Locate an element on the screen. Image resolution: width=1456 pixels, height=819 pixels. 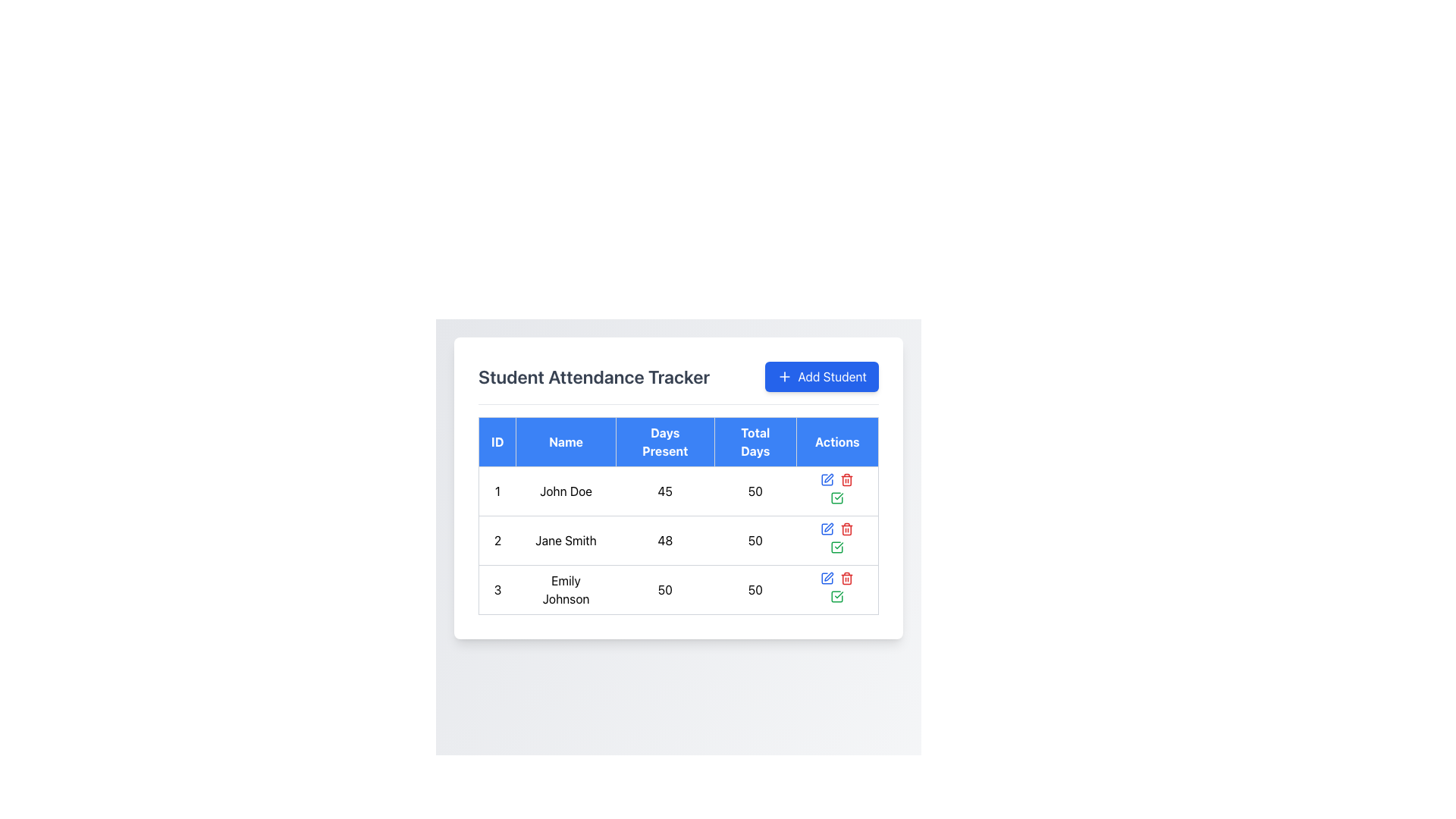
the 'Add Student' button with a blue background and white text in the 'Student Attendance Tracker' section to interact via keyboard is located at coordinates (821, 376).